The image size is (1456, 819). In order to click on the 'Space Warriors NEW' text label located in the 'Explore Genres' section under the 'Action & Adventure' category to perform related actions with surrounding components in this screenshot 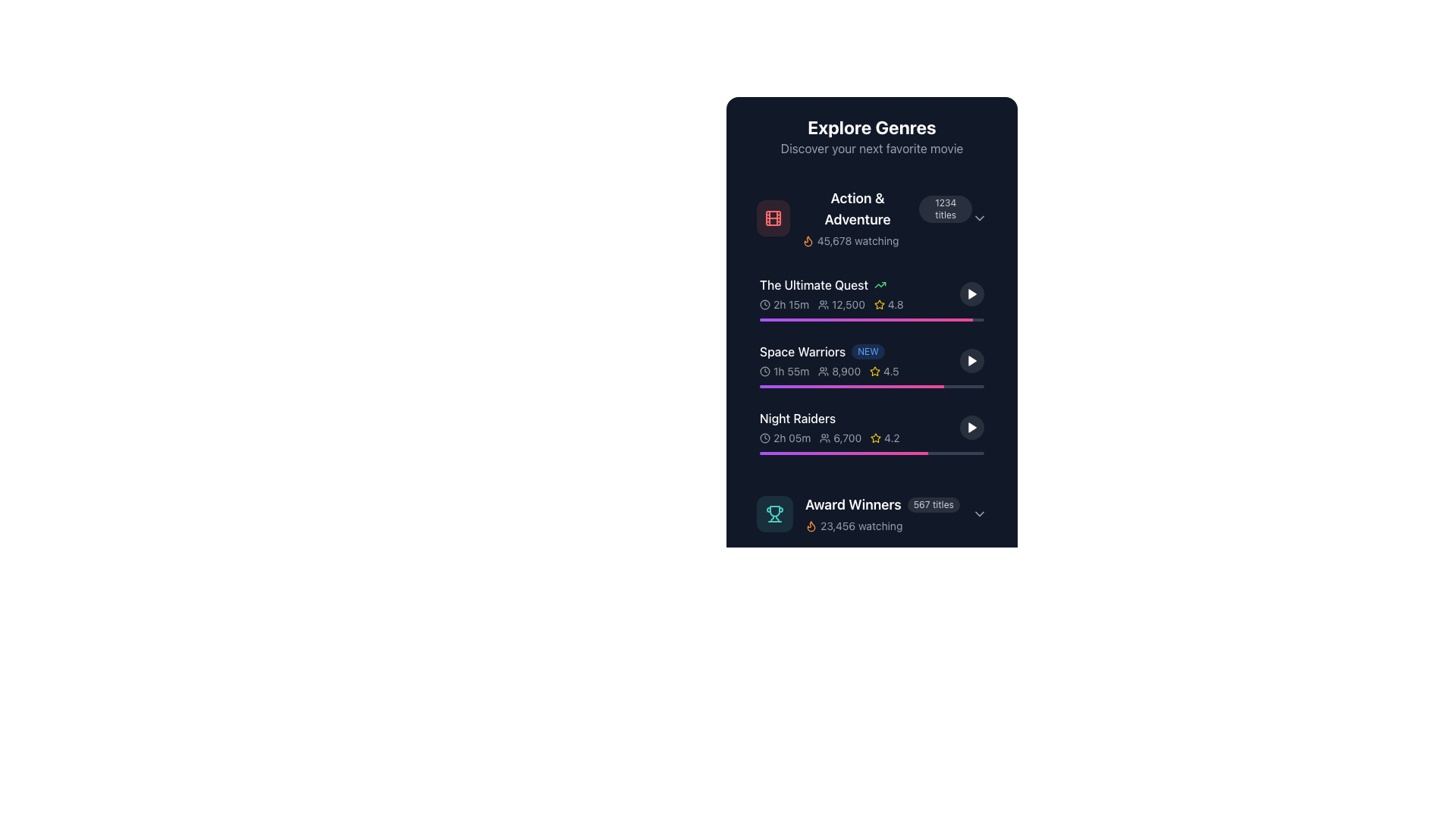, I will do `click(859, 351)`.